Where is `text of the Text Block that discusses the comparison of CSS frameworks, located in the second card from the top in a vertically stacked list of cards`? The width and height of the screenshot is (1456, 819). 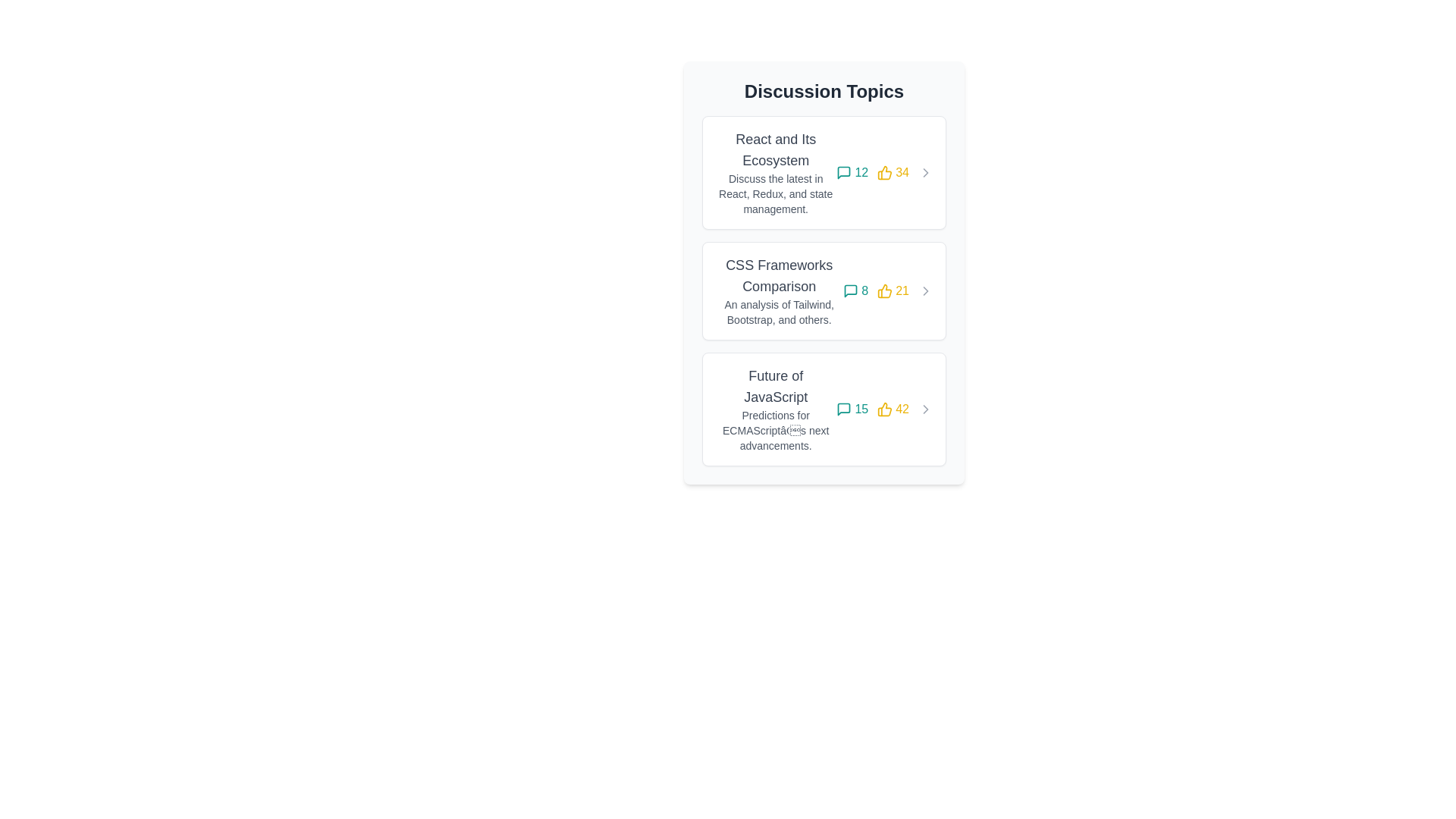
text of the Text Block that discusses the comparison of CSS frameworks, located in the second card from the top in a vertically stacked list of cards is located at coordinates (779, 291).